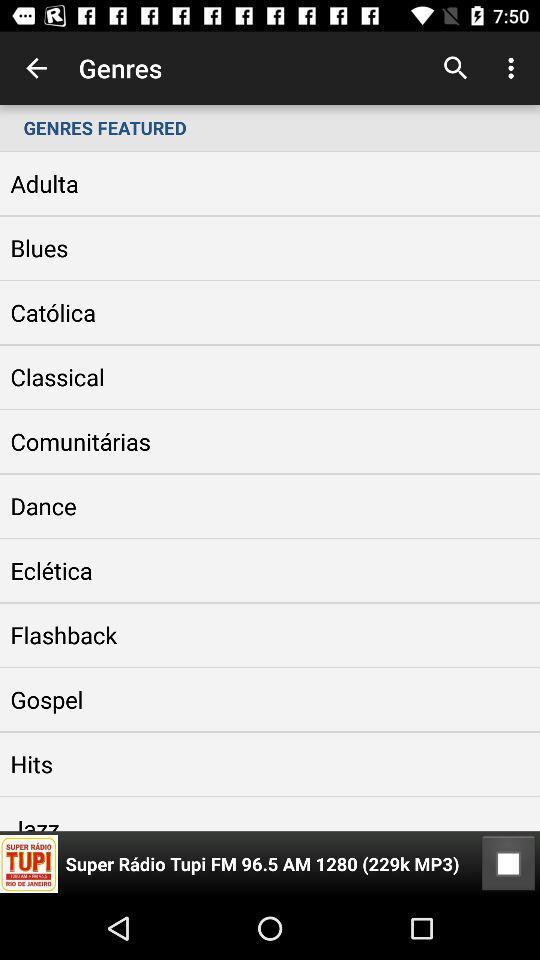  Describe the element at coordinates (508, 863) in the screenshot. I see `the item at the bottom right corner` at that location.